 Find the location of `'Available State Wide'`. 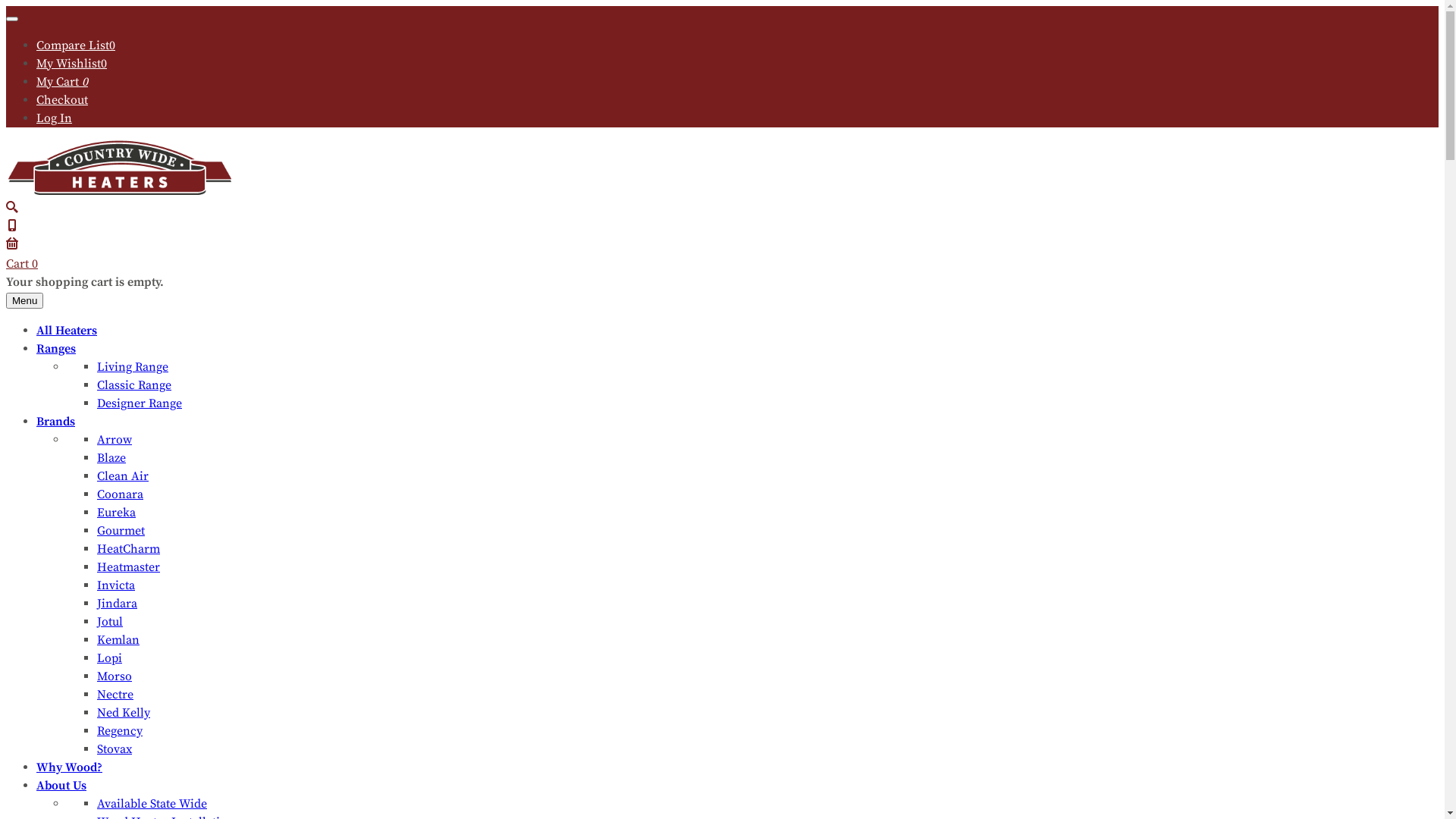

'Available State Wide' is located at coordinates (152, 803).